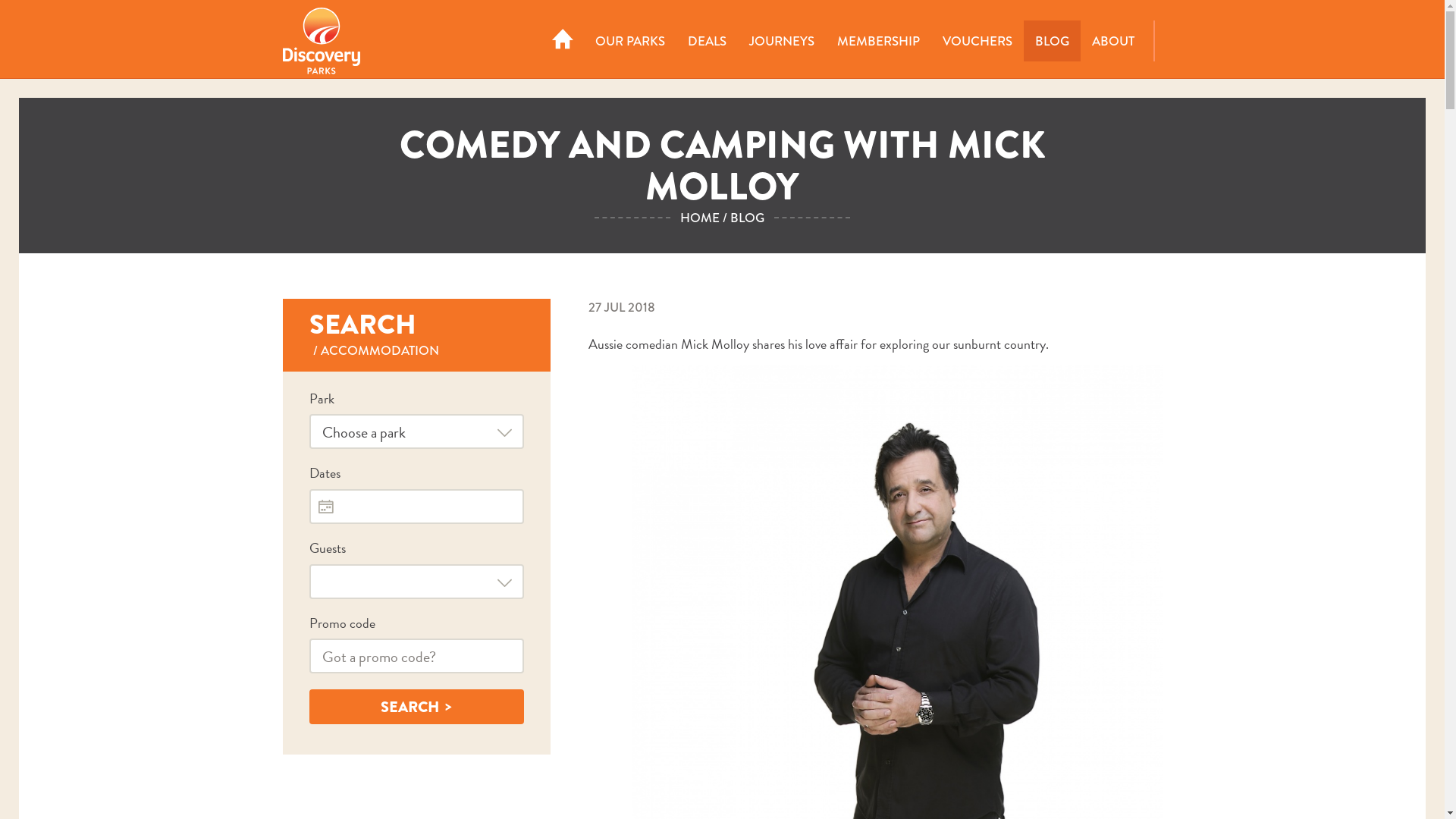 This screenshot has height=819, width=1456. What do you see at coordinates (877, 40) in the screenshot?
I see `'MEMBERSHIP'` at bounding box center [877, 40].